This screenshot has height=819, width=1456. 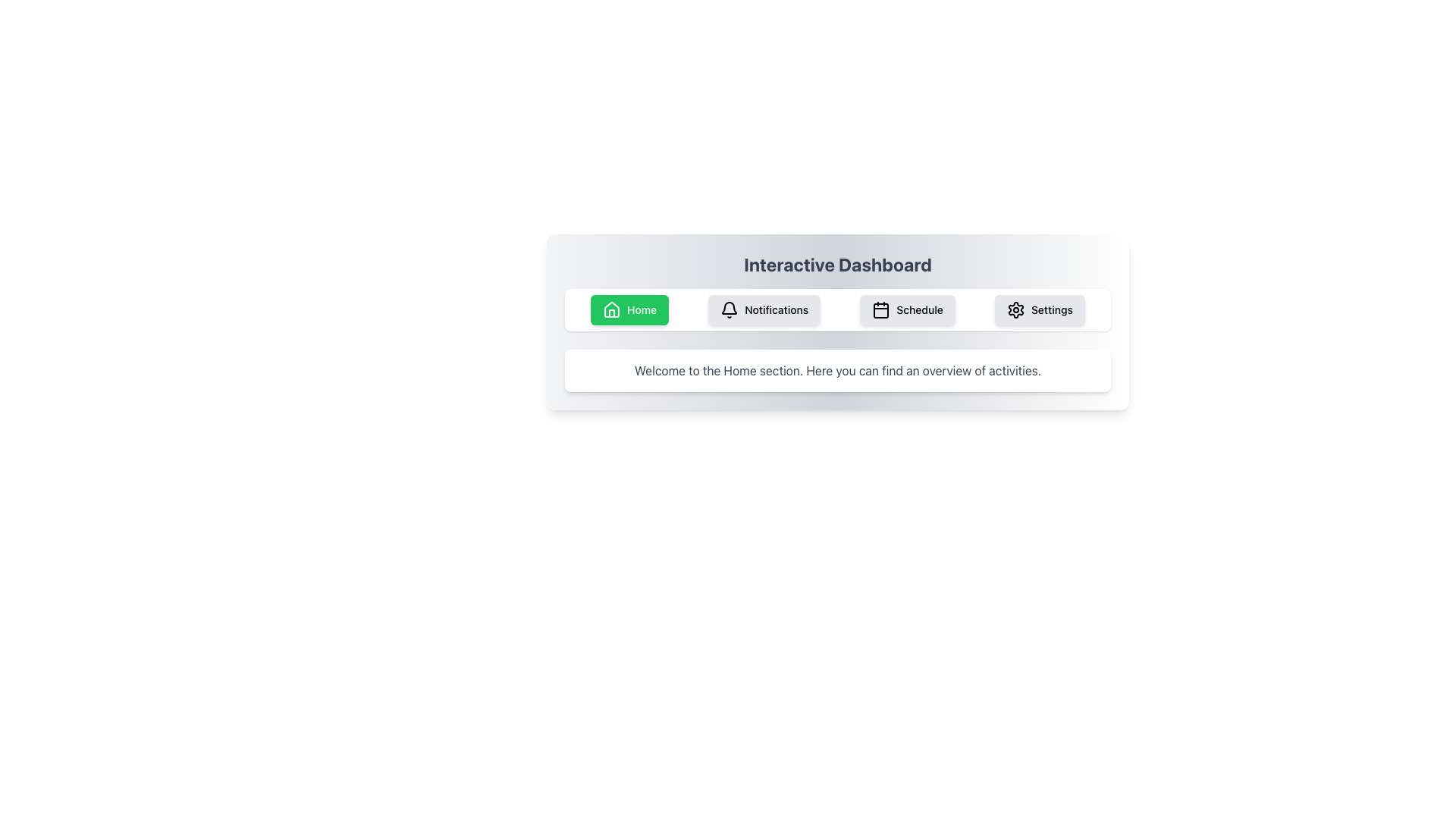 What do you see at coordinates (881, 309) in the screenshot?
I see `the decorative calendar icon located in the navigation bar below the 'Schedule' title` at bounding box center [881, 309].